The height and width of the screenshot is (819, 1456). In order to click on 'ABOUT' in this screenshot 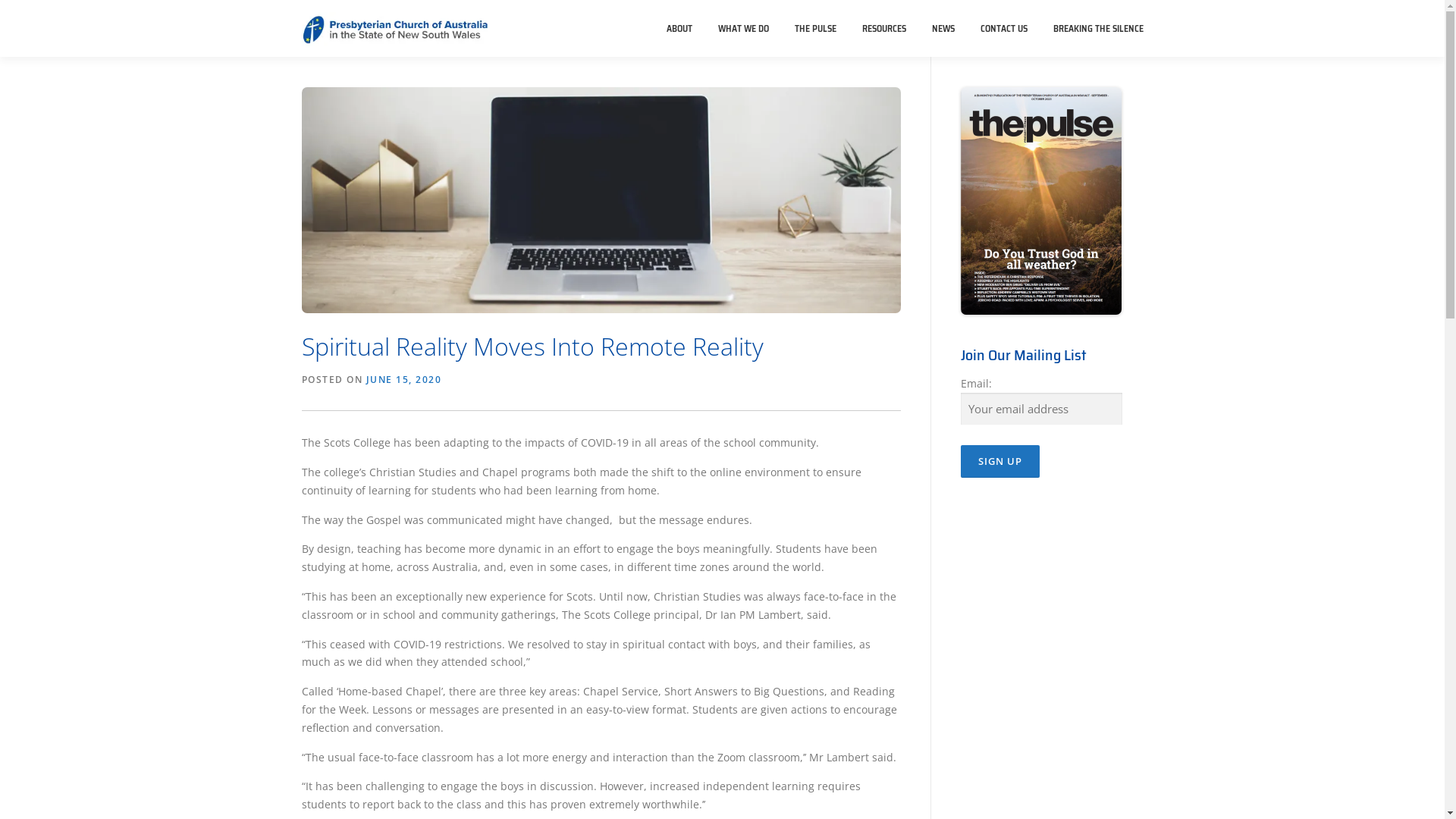, I will do `click(654, 28)`.